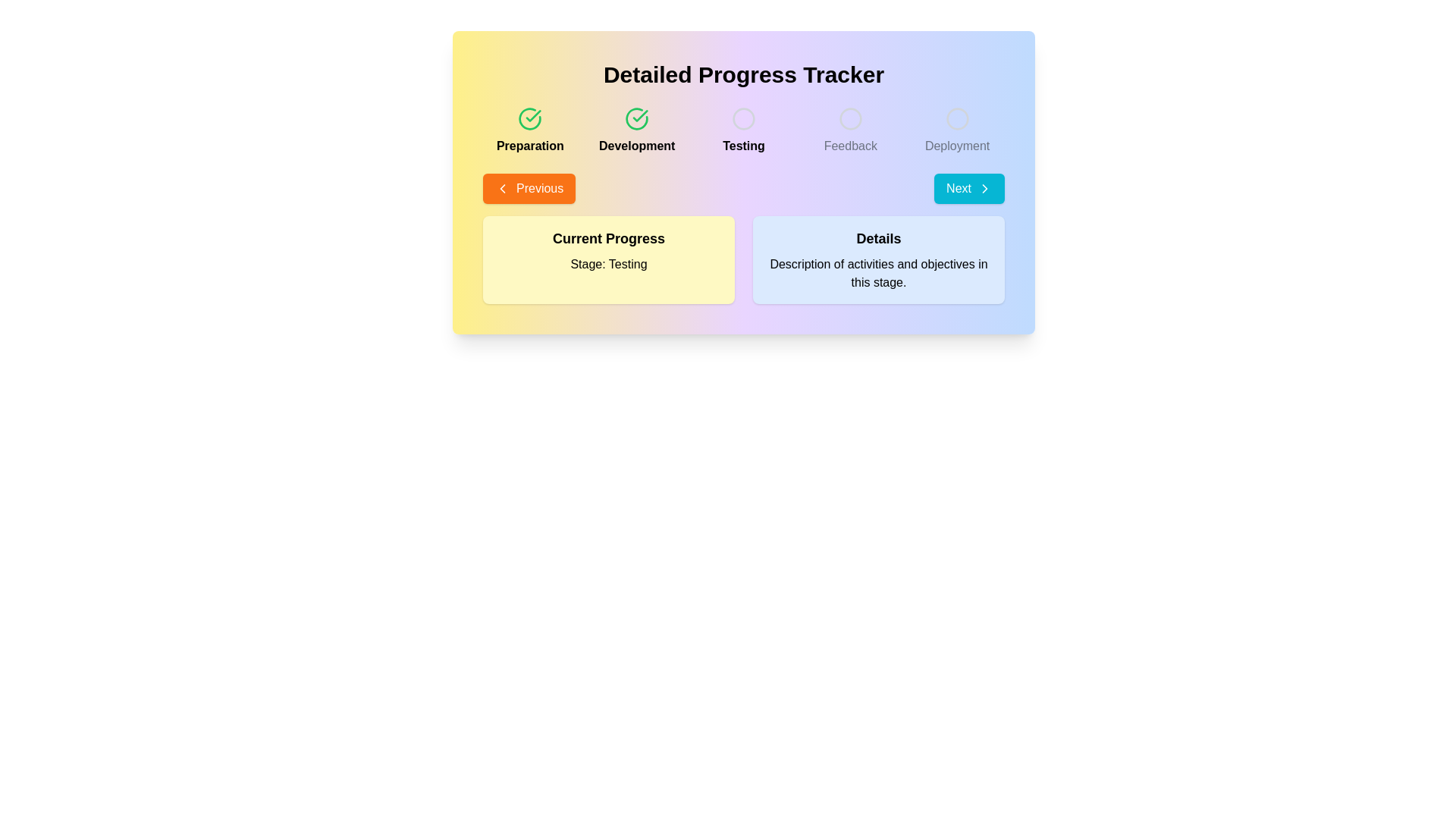 The image size is (1456, 819). I want to click on the 'Development' phase progress tracker step indicator, which visually indicates its completion with a green checkmark icon, located under the 'Detailed Progress Tracker' header, so click(637, 130).